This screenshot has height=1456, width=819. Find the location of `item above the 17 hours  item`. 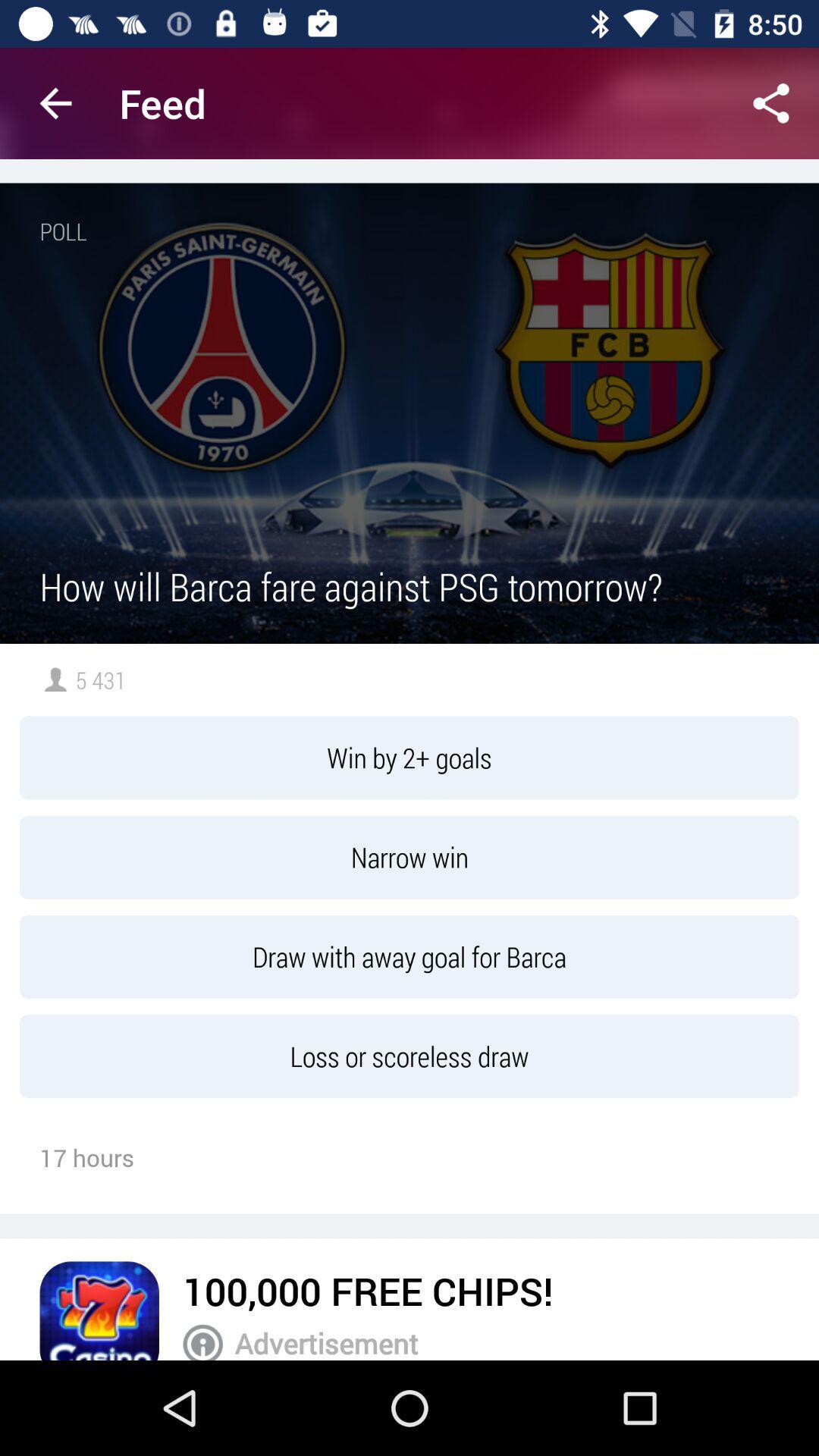

item above the 17 hours  item is located at coordinates (409, 1056).